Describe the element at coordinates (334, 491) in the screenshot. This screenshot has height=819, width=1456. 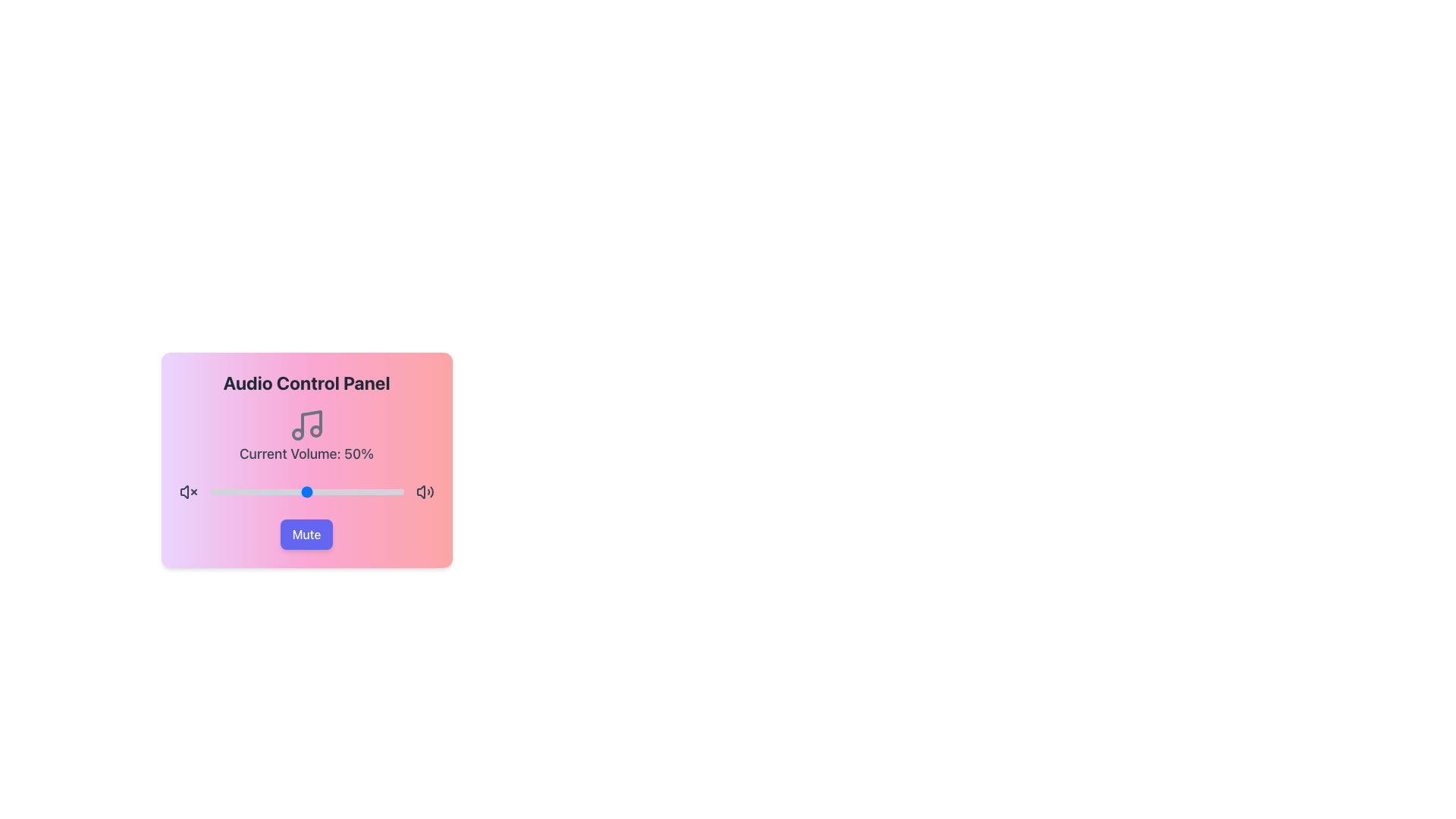
I see `the volume` at that location.